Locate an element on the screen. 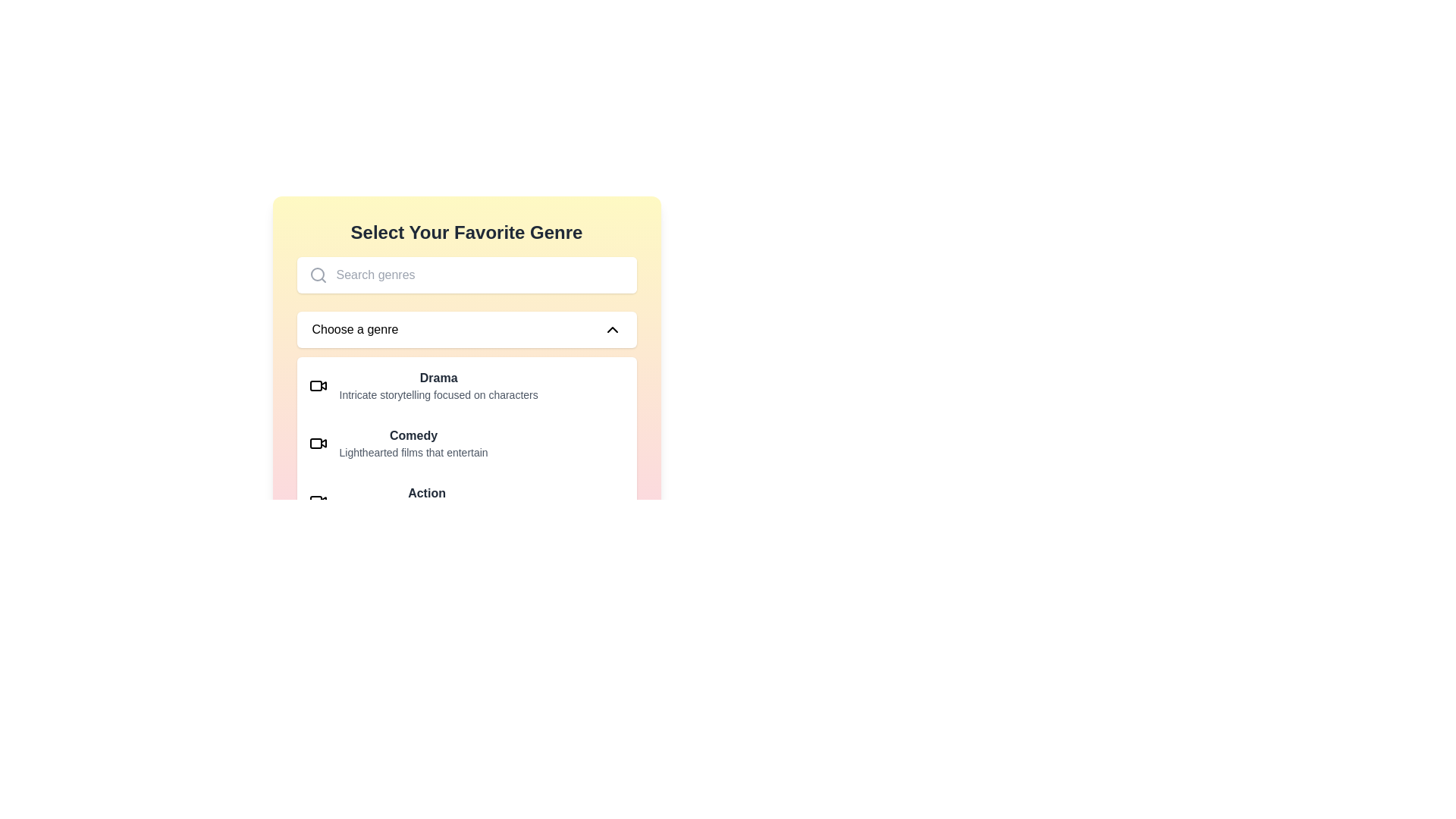  the text label displaying 'Select Your Favorite Genre', which is bold and centrally aligned in a section with a gradient background from yellow to pink is located at coordinates (466, 233).